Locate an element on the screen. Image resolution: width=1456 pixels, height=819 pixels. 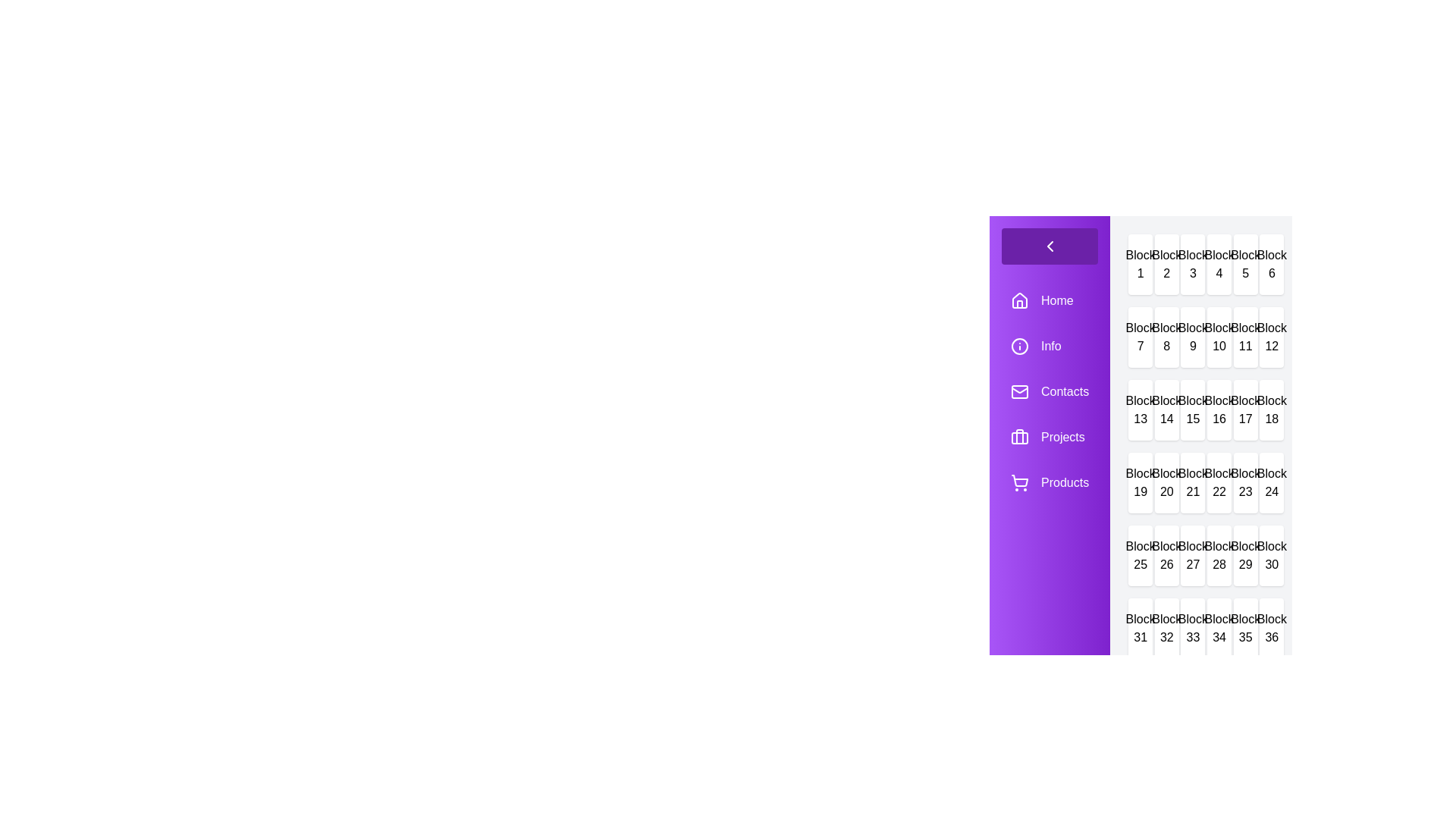
the menu item labeled Contacts is located at coordinates (1049, 391).